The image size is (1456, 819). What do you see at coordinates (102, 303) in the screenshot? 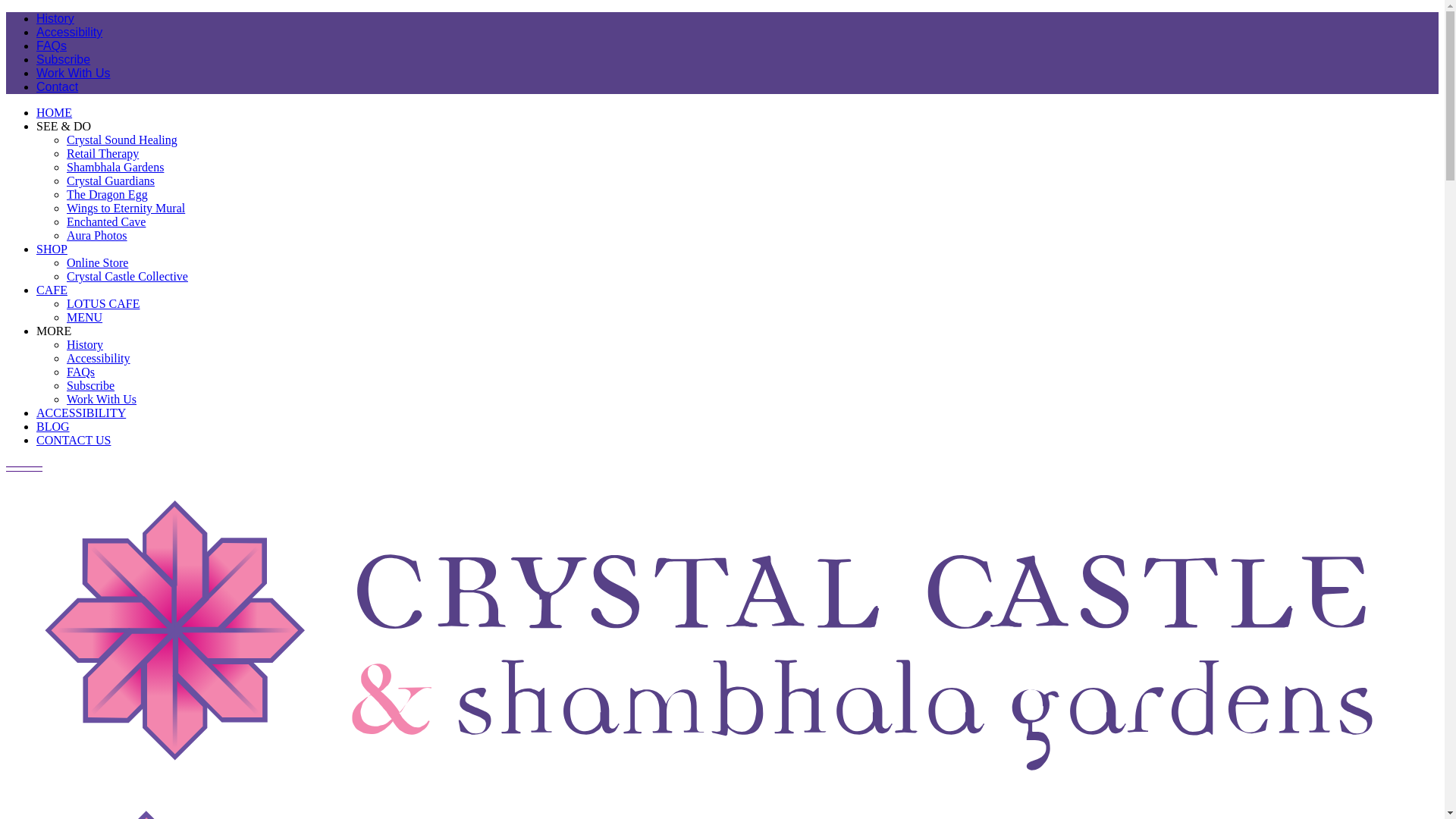
I see `'LOTUS CAFE'` at bounding box center [102, 303].